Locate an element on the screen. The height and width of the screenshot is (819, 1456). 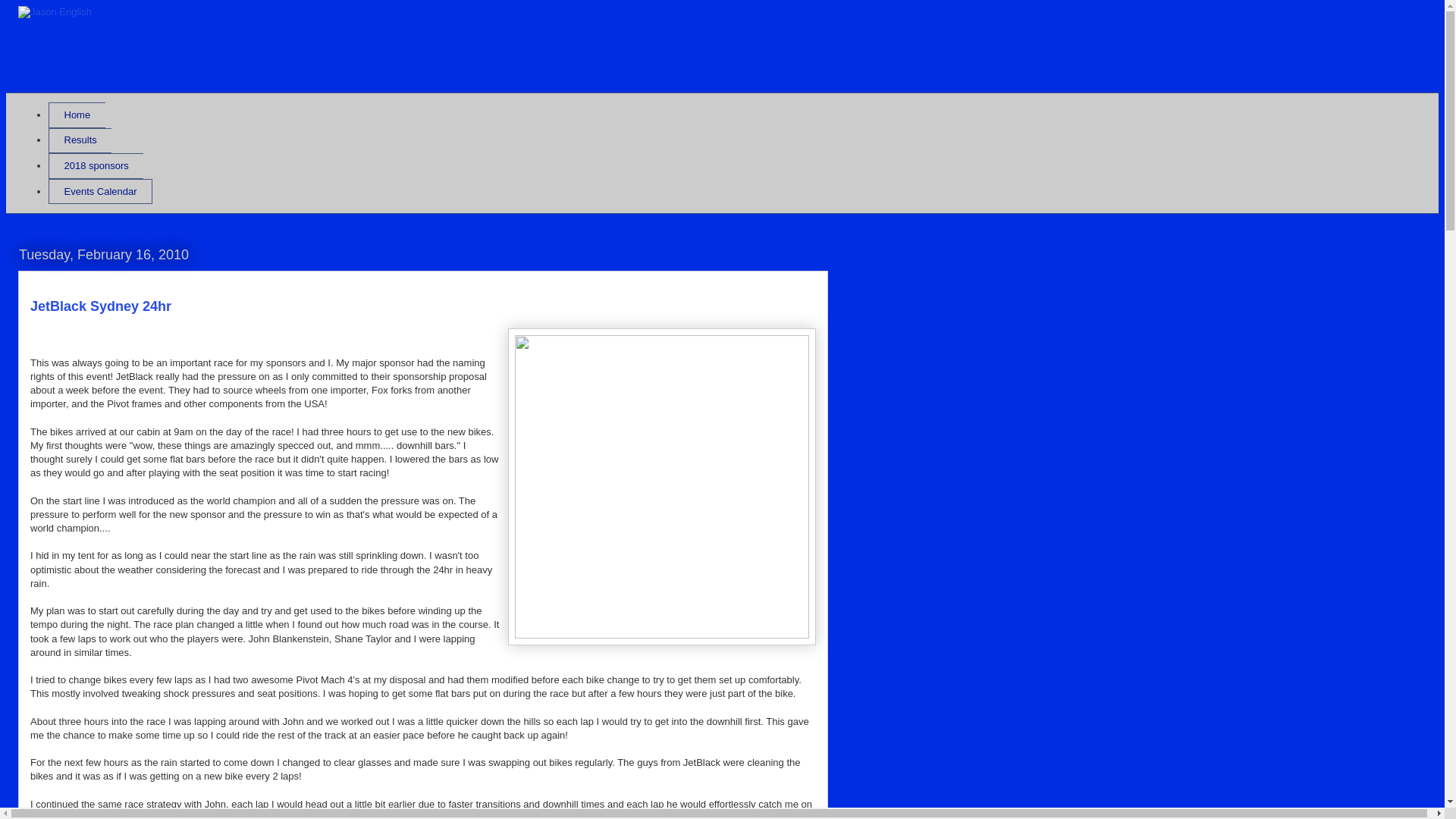
'Results' is located at coordinates (79, 140).